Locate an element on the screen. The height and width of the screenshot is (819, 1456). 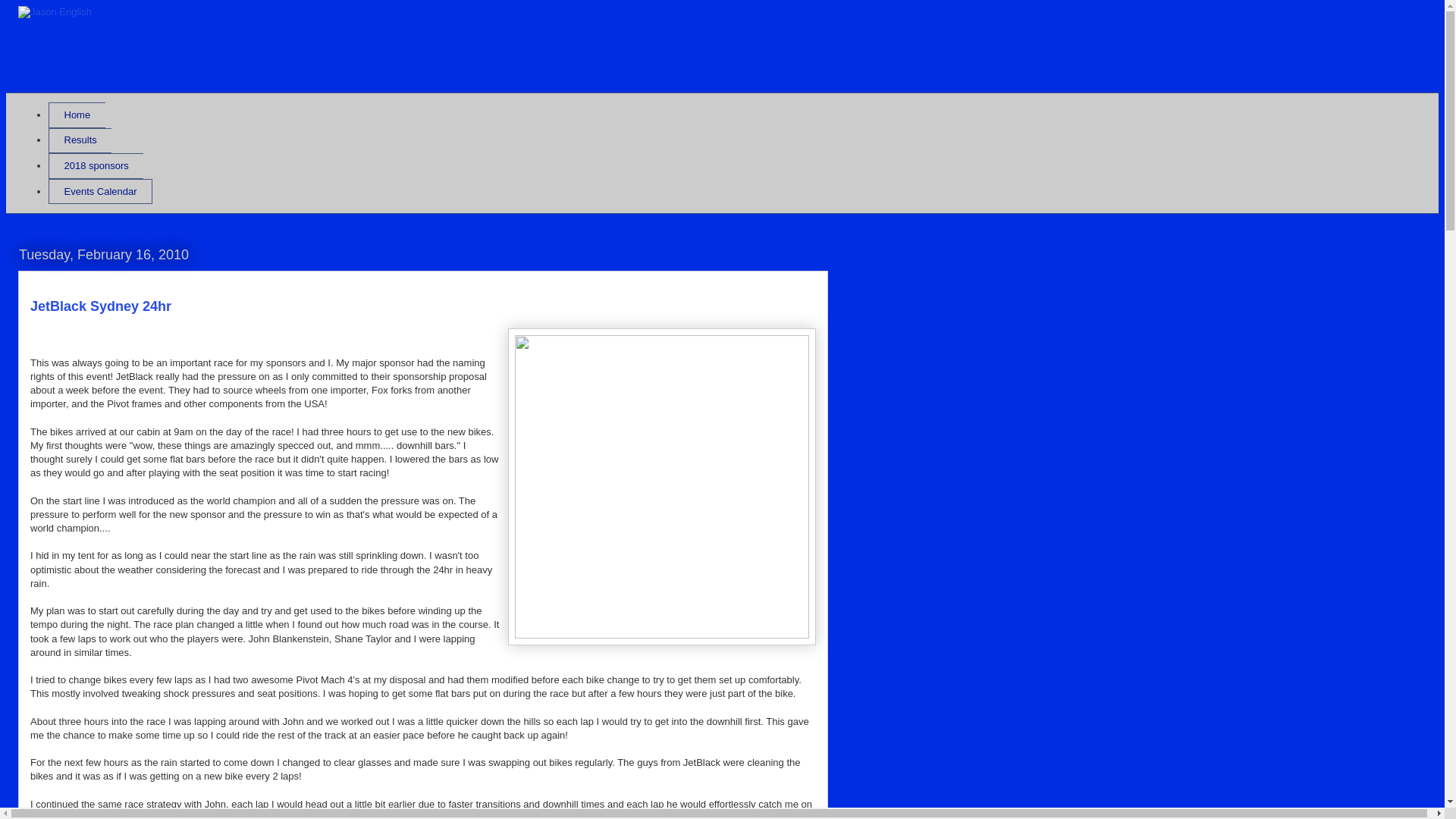
'Results' is located at coordinates (79, 140).